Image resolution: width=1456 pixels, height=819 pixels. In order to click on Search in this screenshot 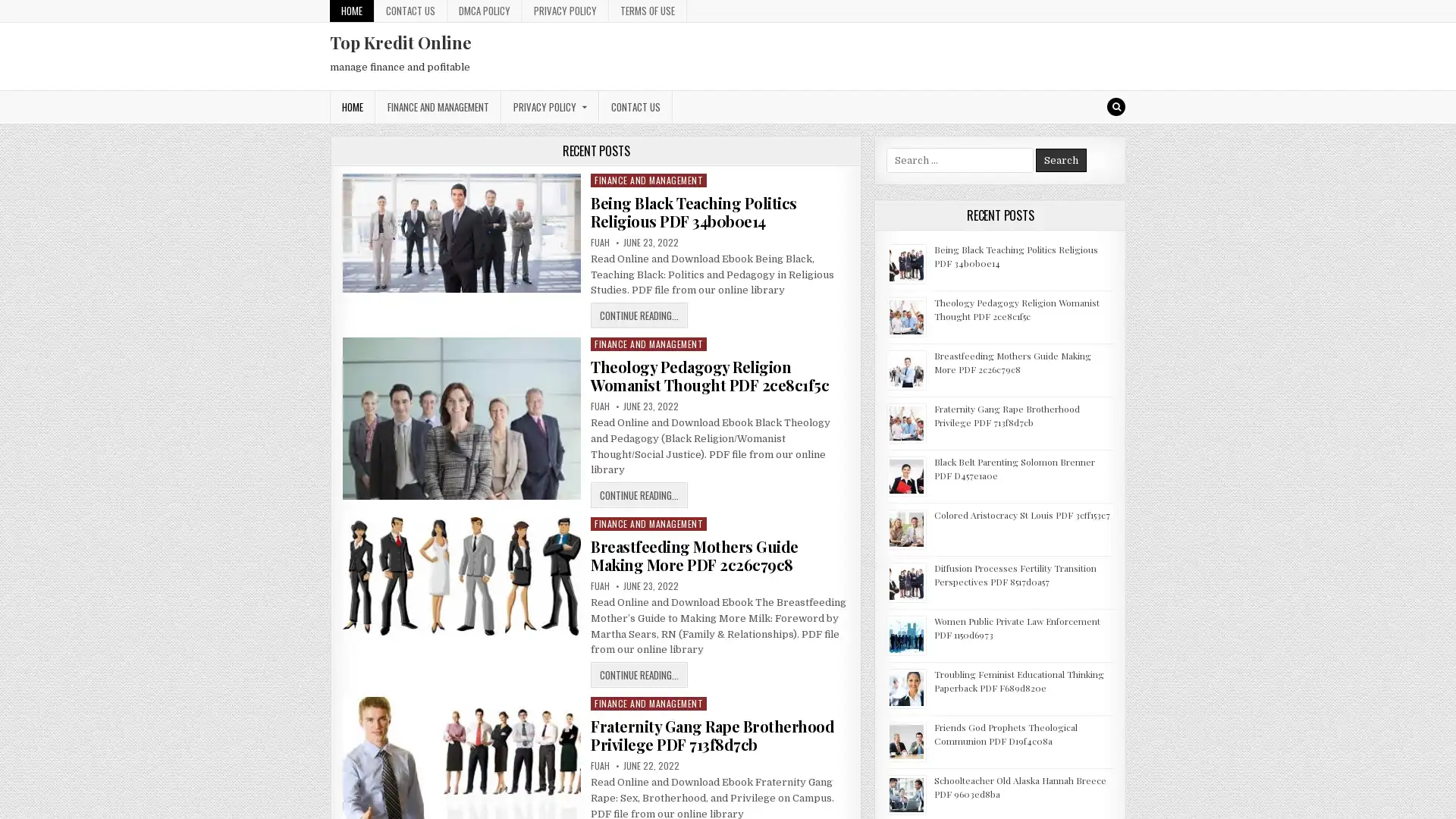, I will do `click(1060, 160)`.